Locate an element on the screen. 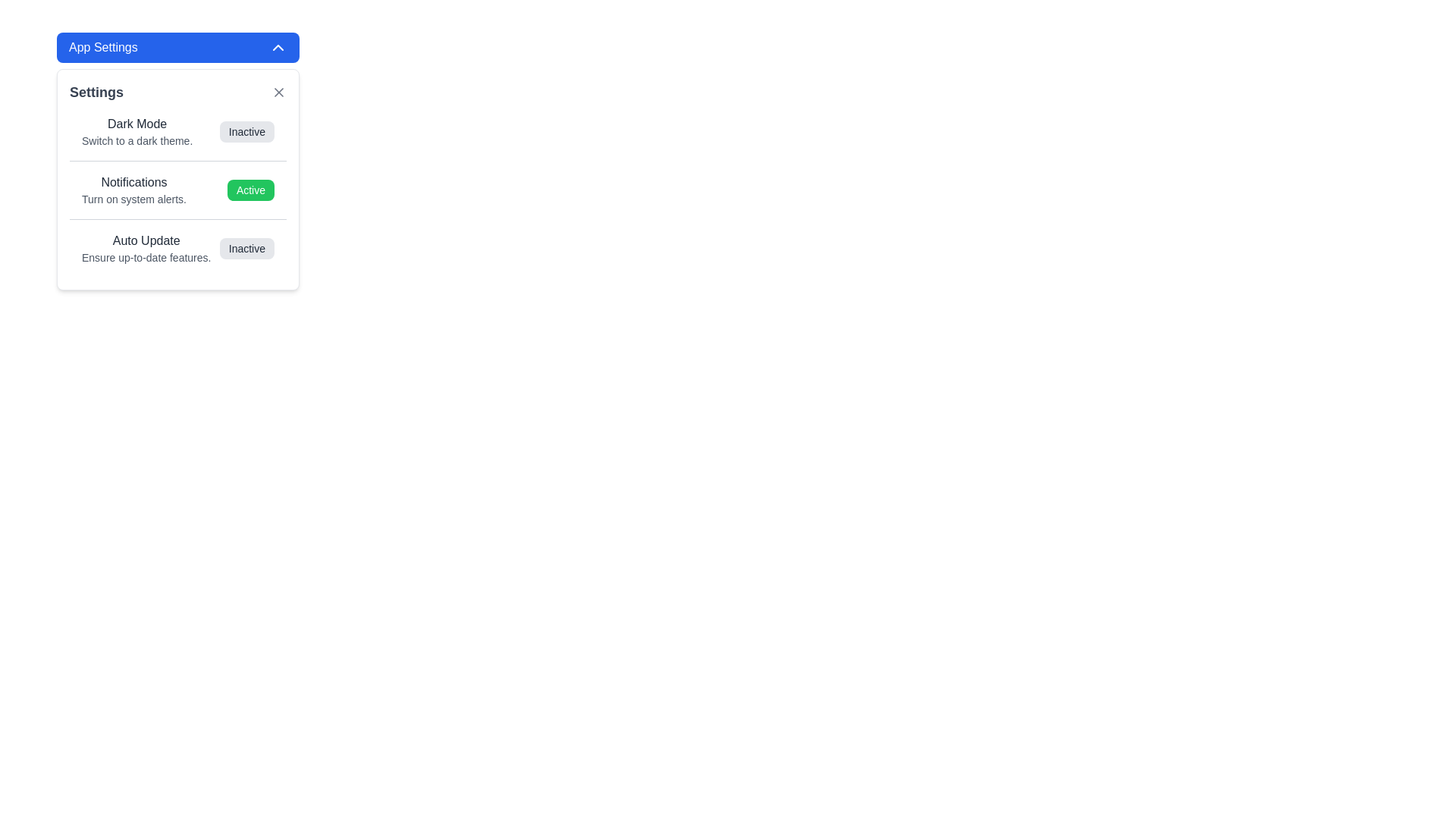 The width and height of the screenshot is (1456, 819). the Text block that provides information about the 'Auto Update' feature, located in the middle-bottom part of the settings panel, below the 'Notifications' section is located at coordinates (146, 247).